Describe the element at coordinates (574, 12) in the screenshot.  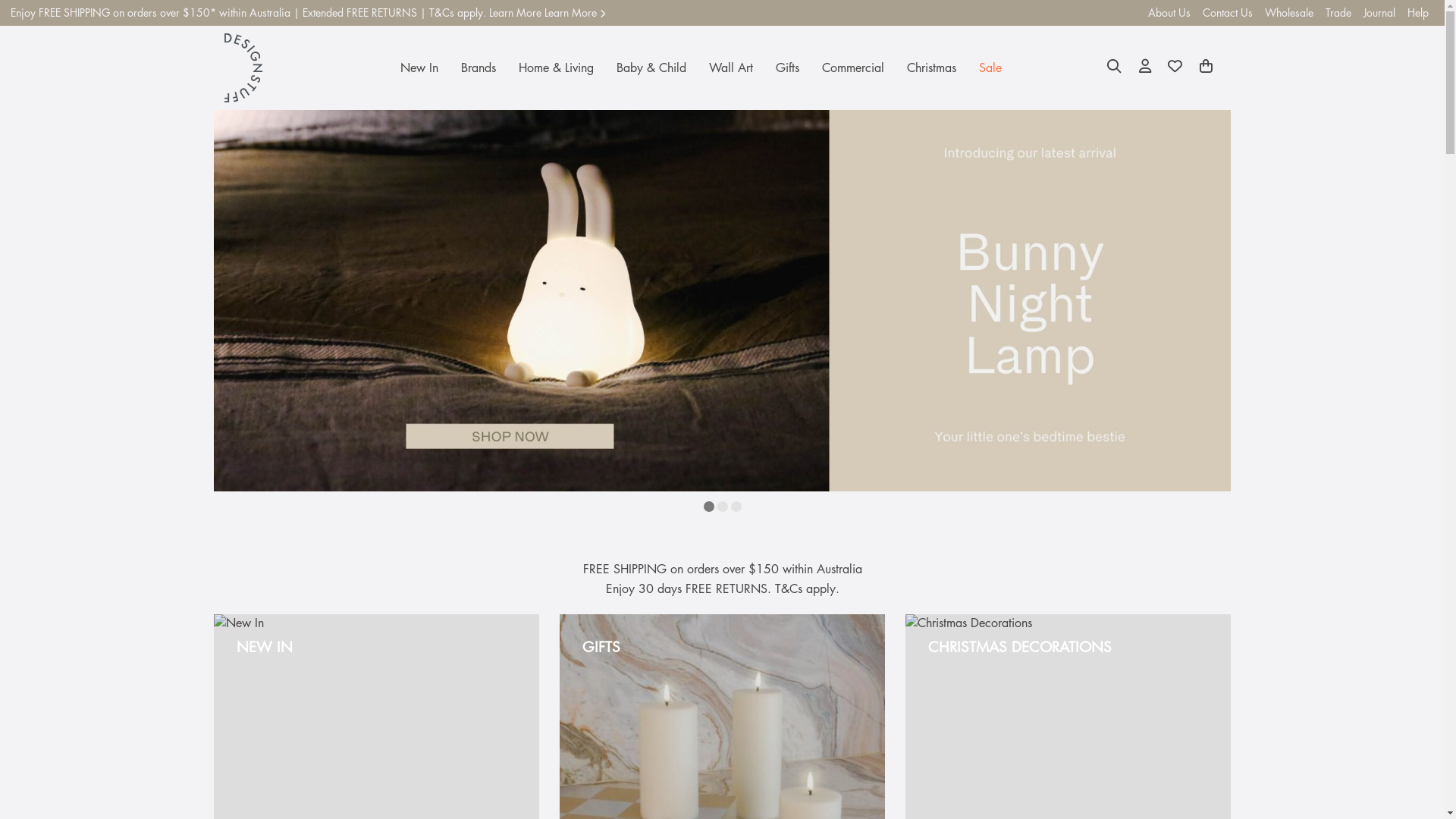
I see `'Learn More '` at that location.